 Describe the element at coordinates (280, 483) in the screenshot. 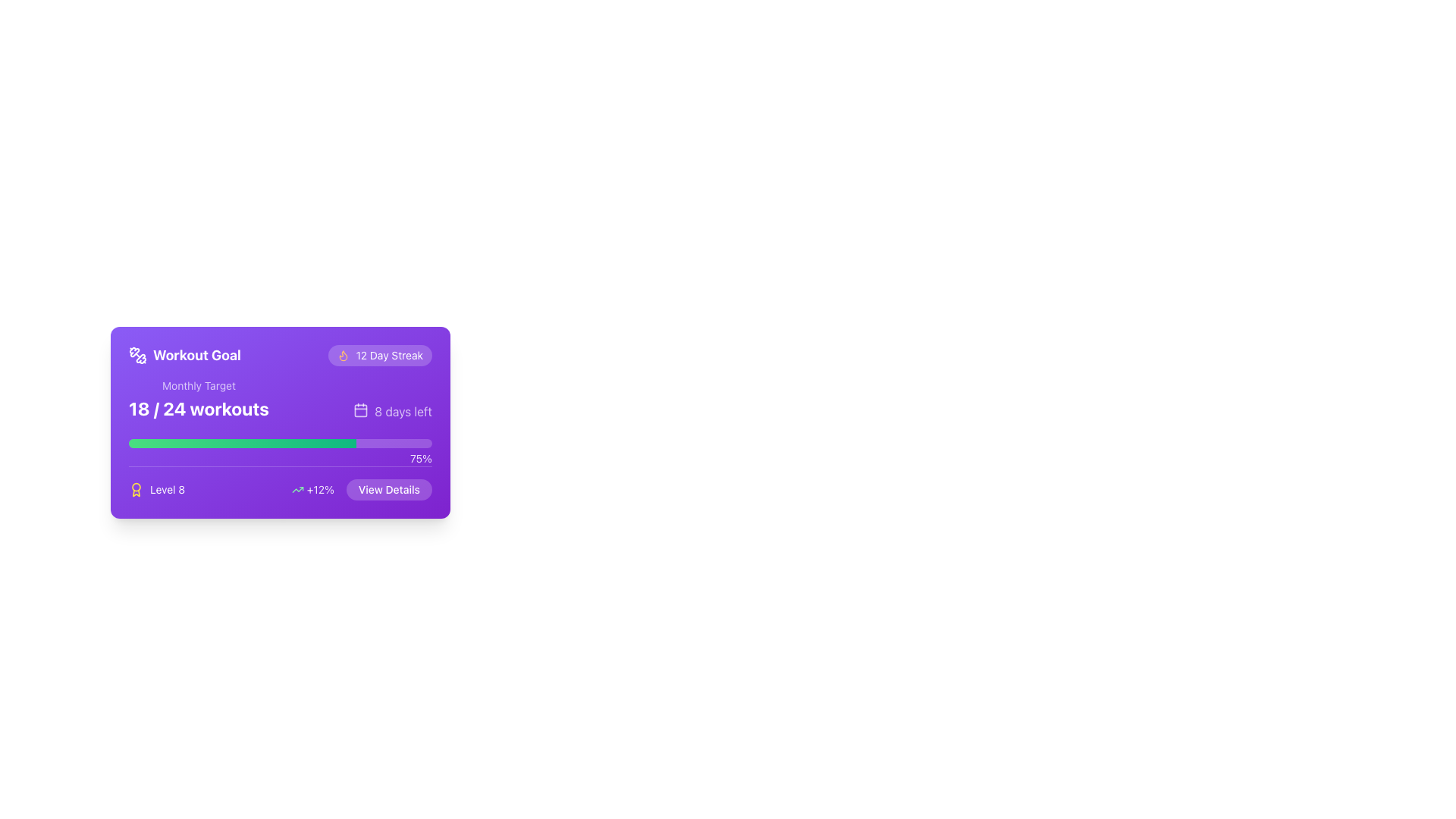

I see `the '+12%' percentage change indicator within the Composite component` at that location.